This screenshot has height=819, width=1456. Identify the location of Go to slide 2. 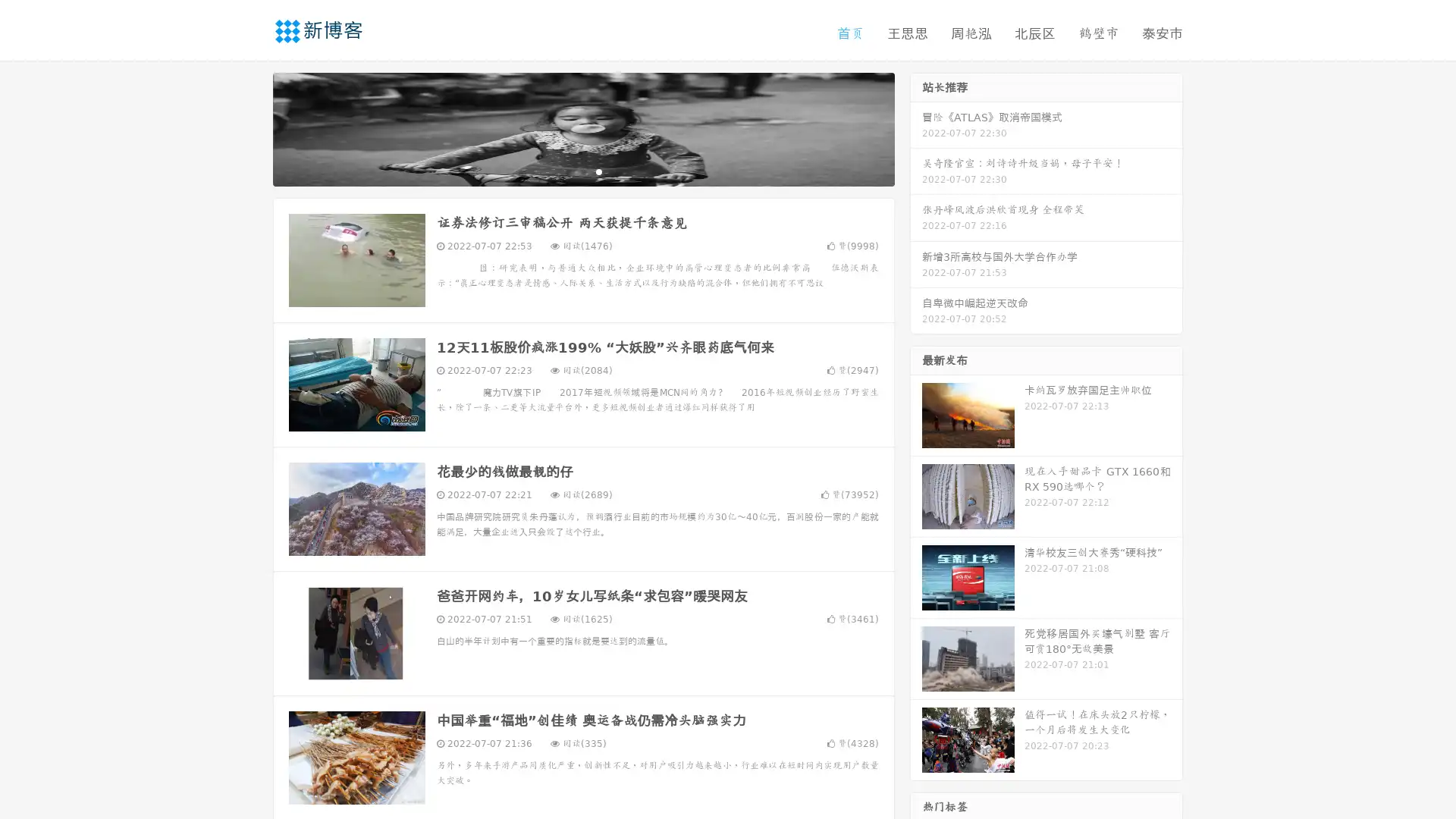
(582, 171).